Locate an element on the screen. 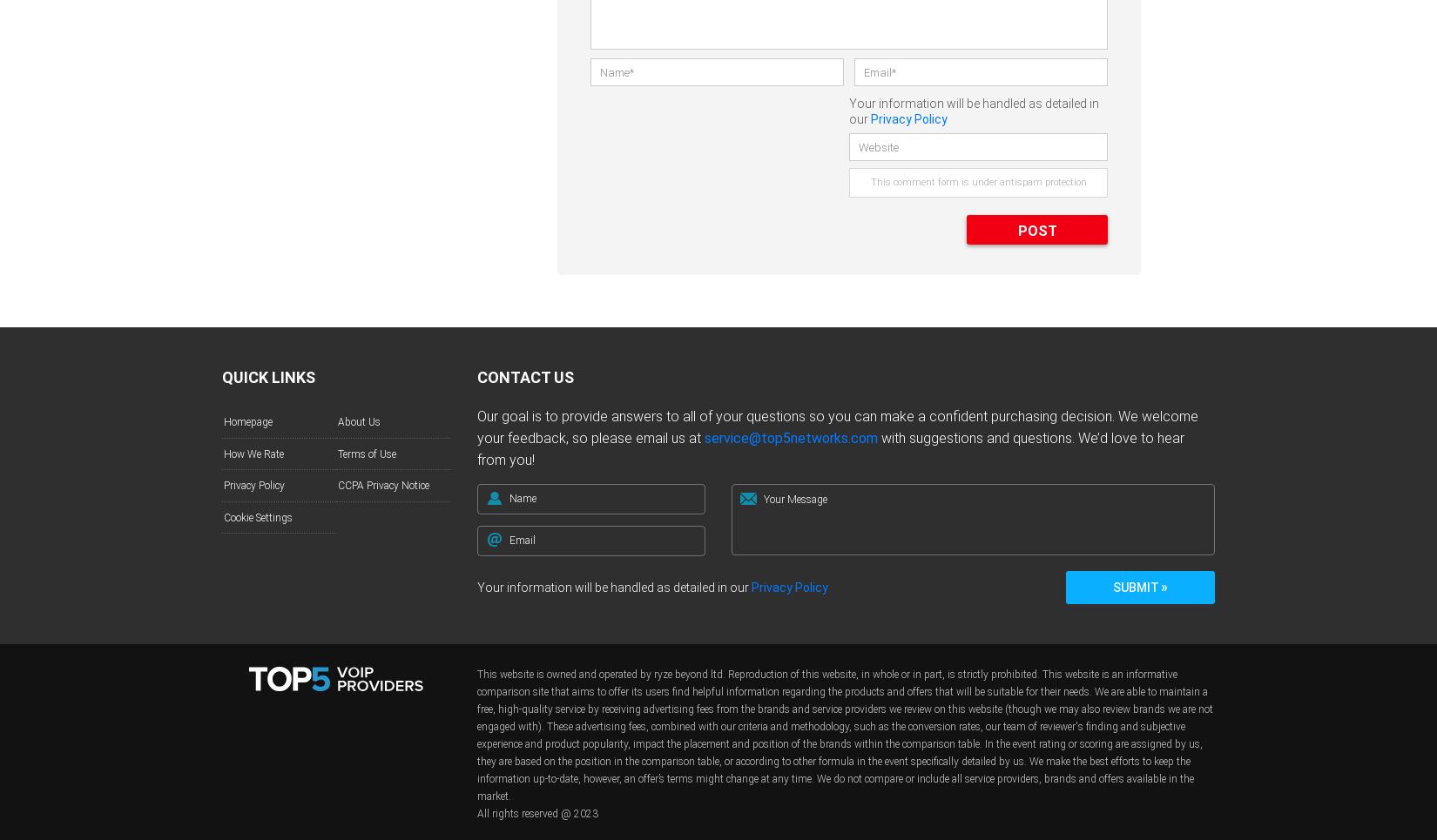  'Contact Us' is located at coordinates (475, 376).